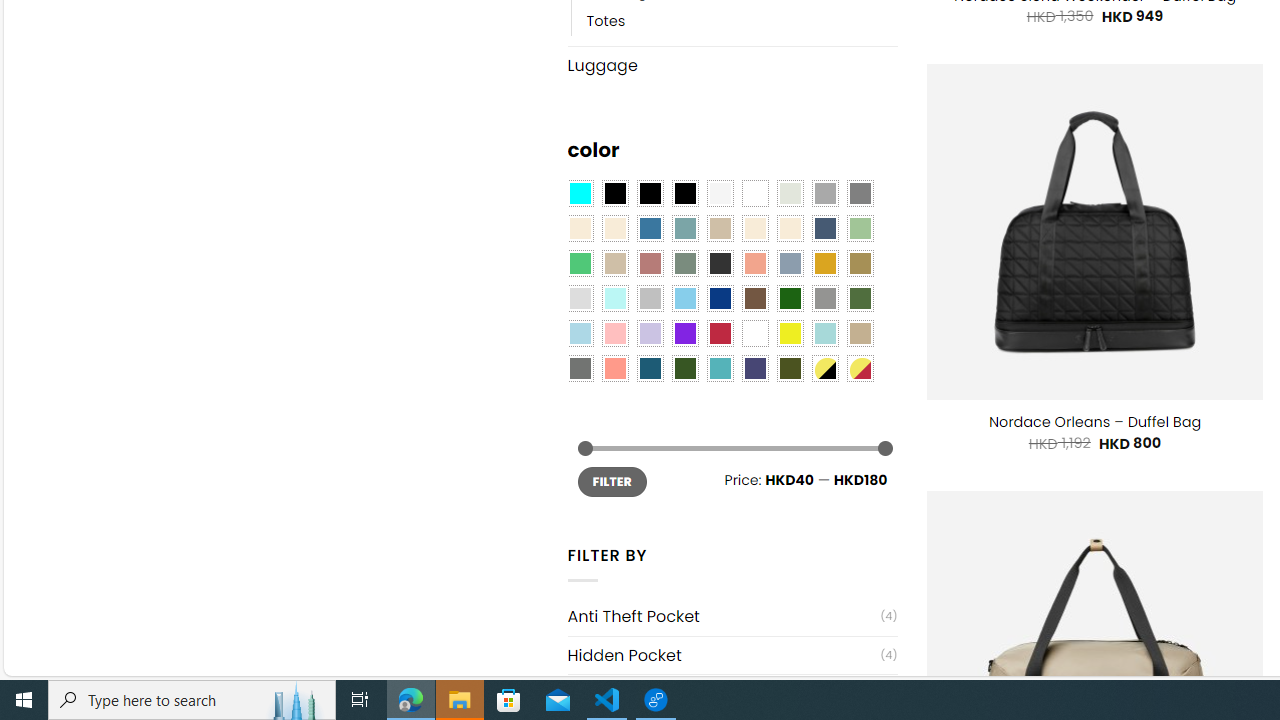 Image resolution: width=1280 pixels, height=720 pixels. I want to click on 'Emerald Green', so click(578, 263).